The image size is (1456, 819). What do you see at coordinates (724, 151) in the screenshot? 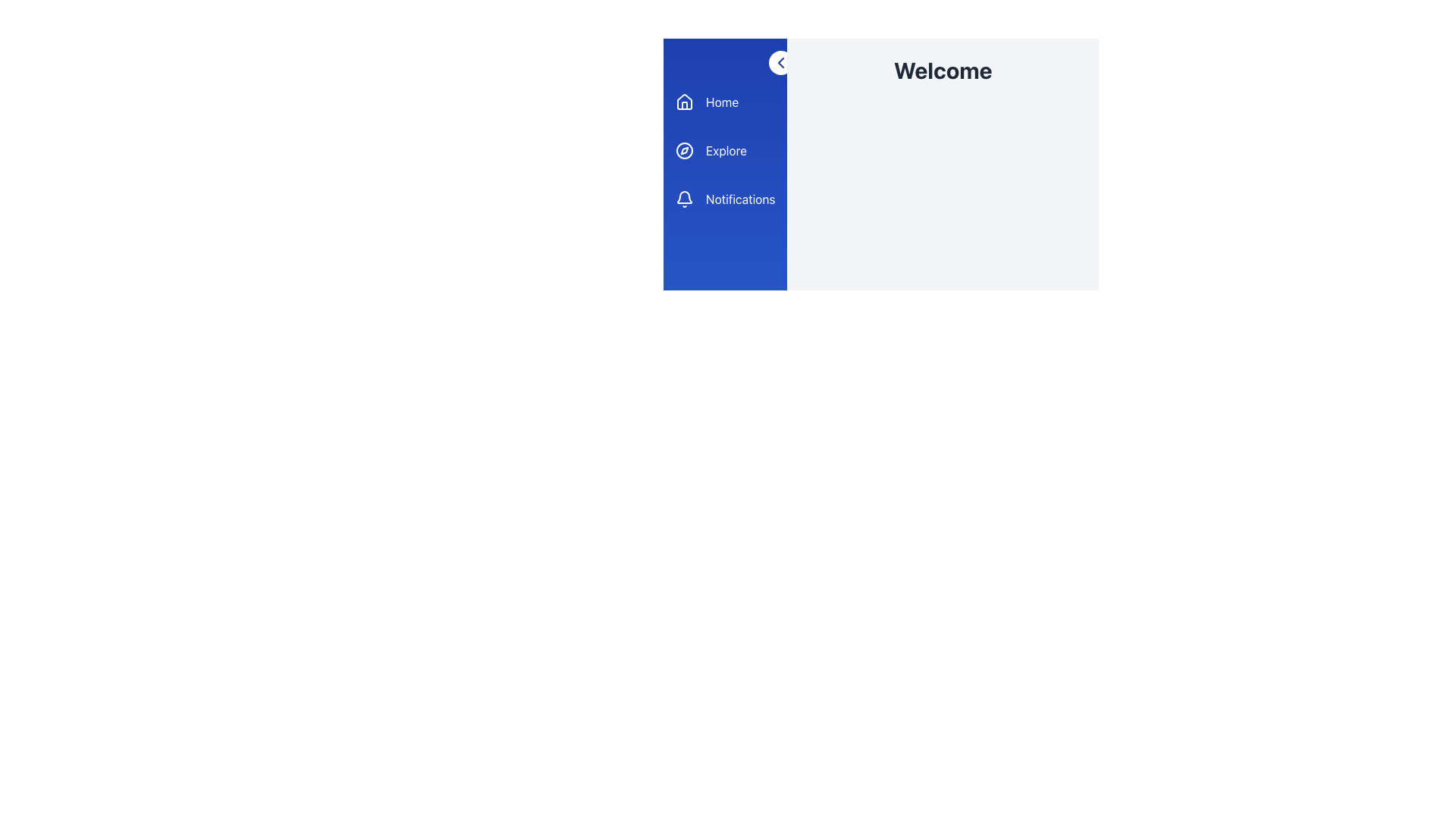
I see `the vertical navigation menu containing interactive list items that allows navigation to Home, Explore, and Notifications` at bounding box center [724, 151].